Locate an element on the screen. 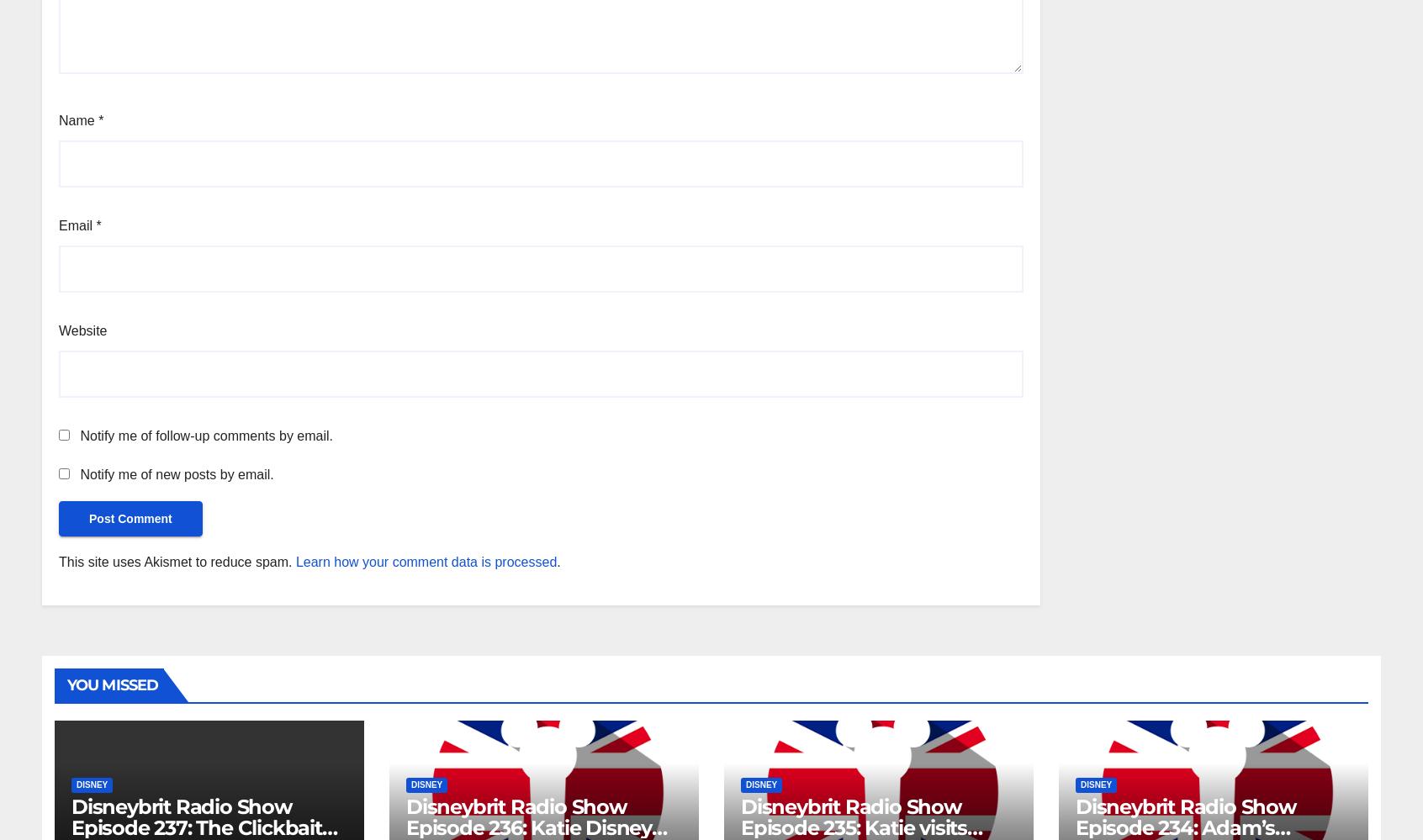  'You missed' is located at coordinates (113, 684).